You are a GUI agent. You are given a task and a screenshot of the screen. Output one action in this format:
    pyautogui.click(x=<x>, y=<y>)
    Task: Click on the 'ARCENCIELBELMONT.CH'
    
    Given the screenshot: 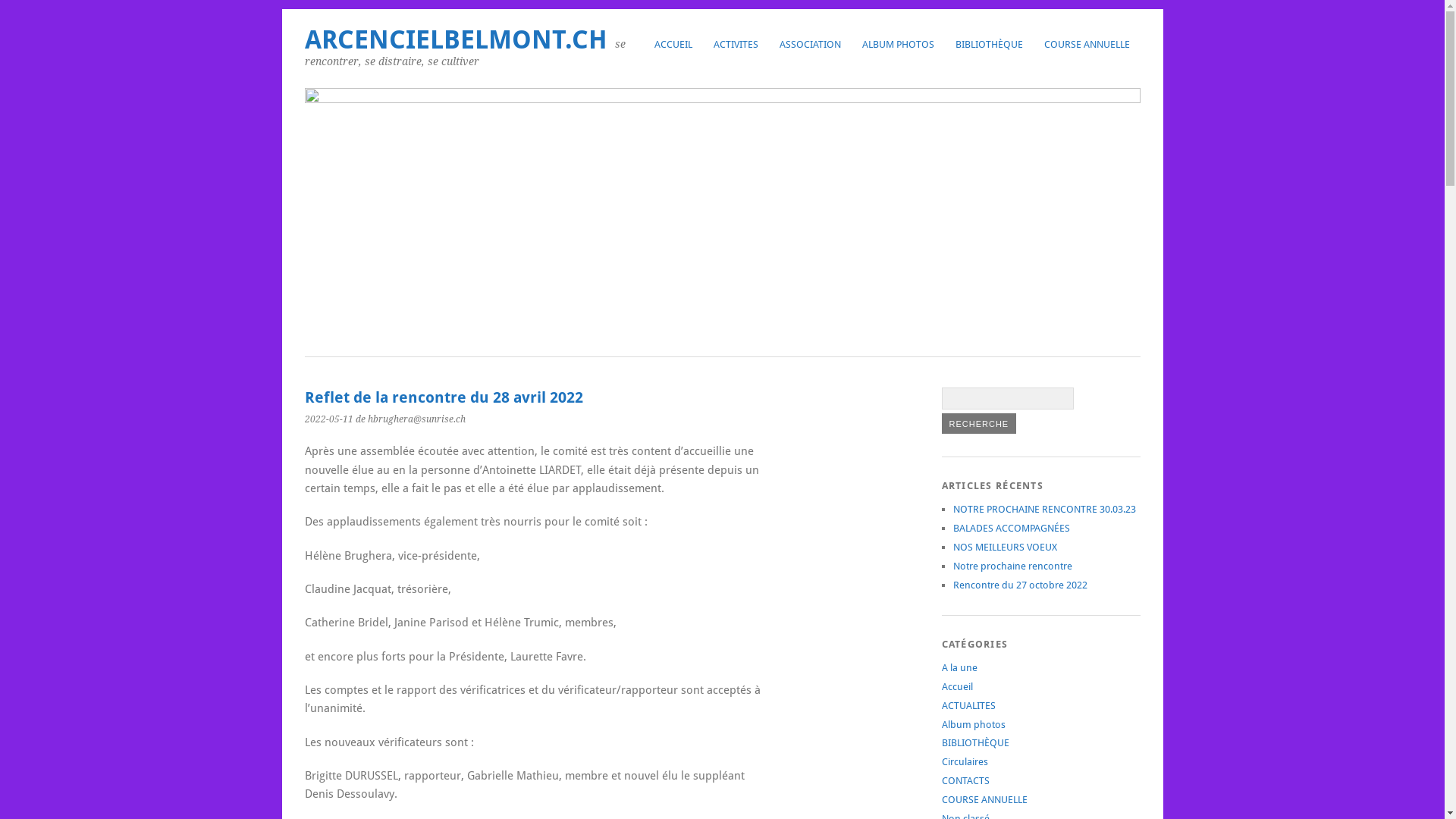 What is the action you would take?
    pyautogui.click(x=455, y=39)
    